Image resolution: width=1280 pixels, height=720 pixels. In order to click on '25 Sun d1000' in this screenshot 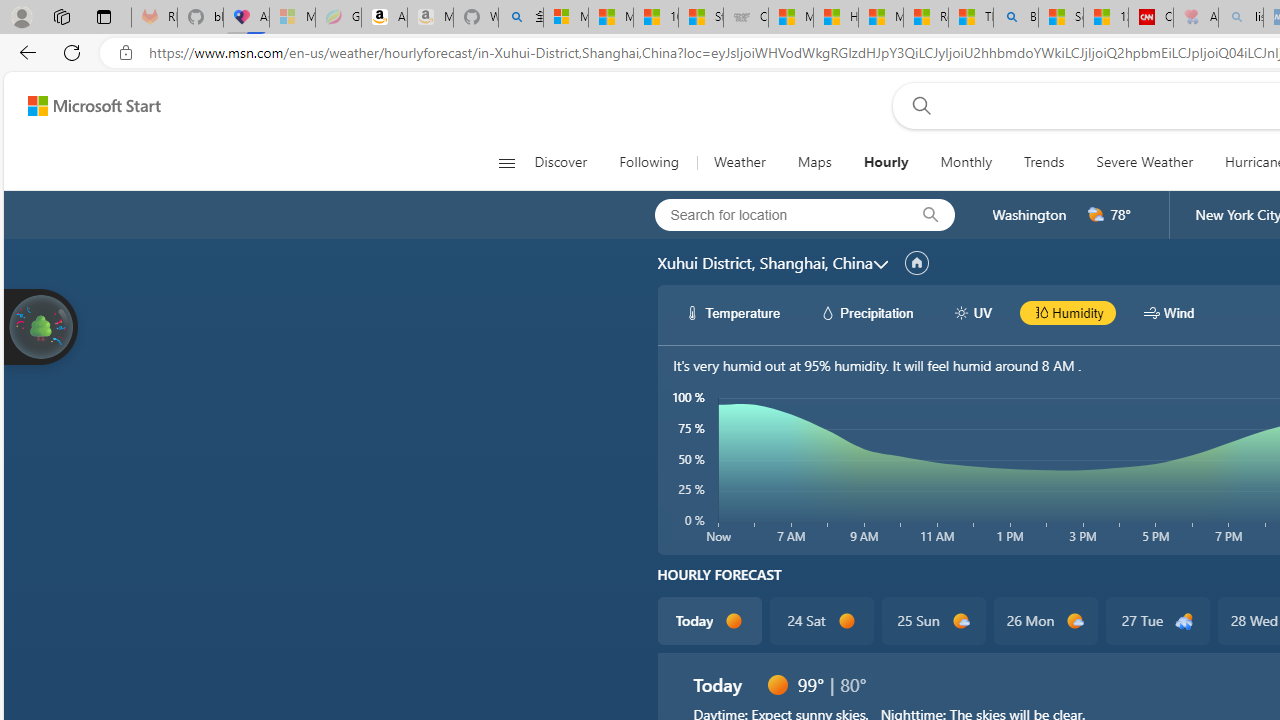, I will do `click(932, 620)`.